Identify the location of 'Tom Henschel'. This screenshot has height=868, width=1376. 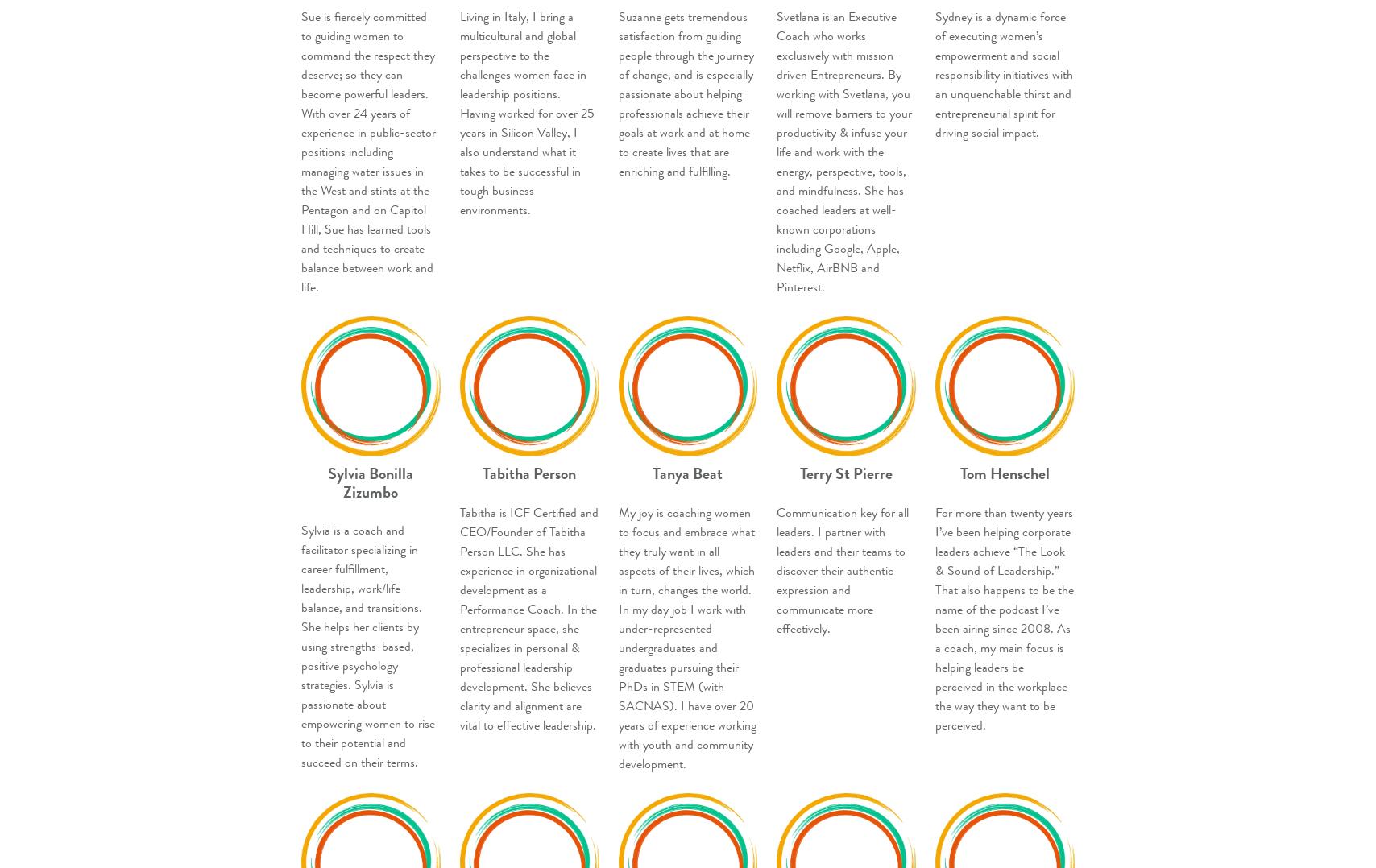
(1005, 473).